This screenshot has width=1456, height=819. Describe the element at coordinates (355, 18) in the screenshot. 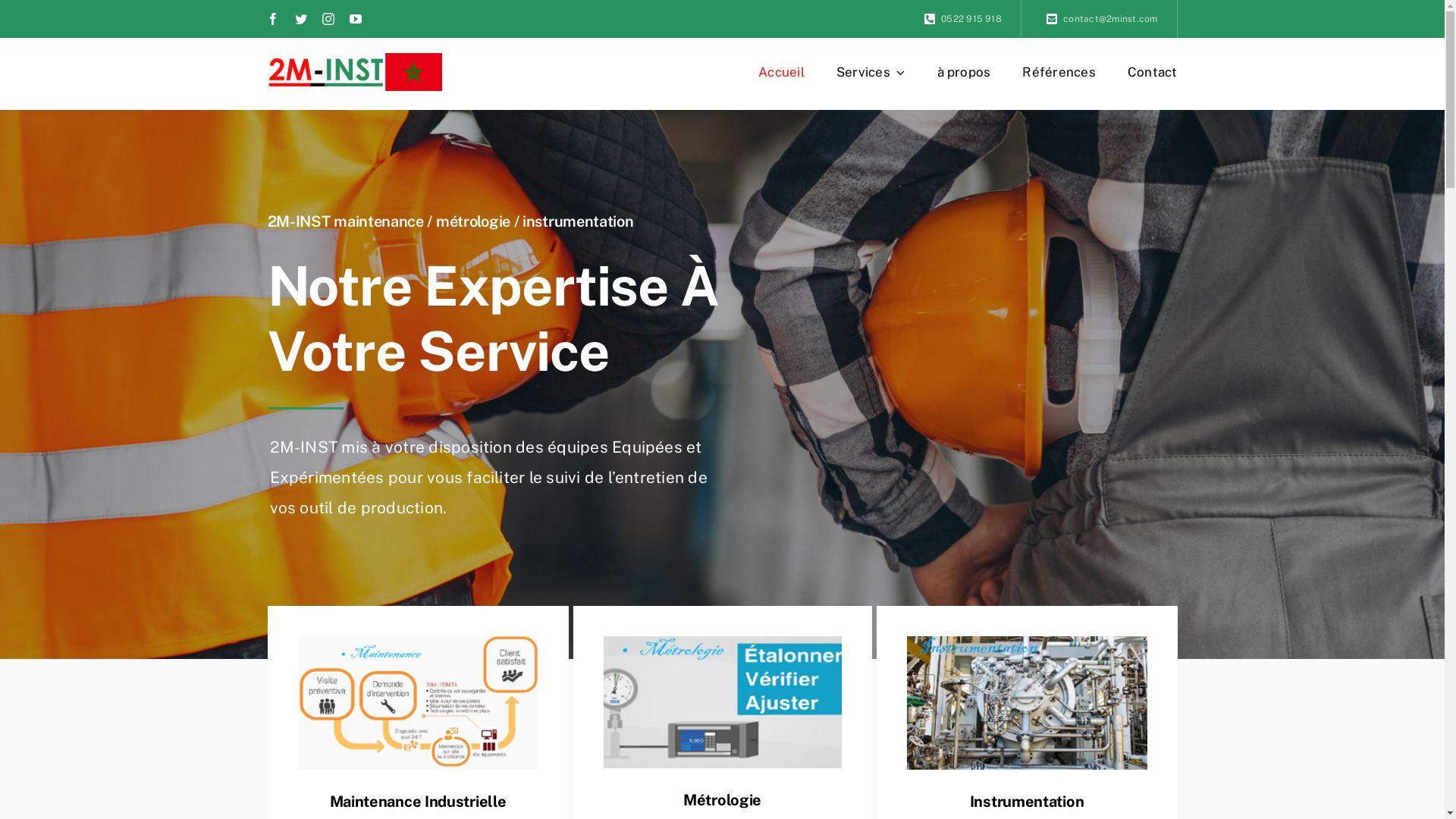

I see `'YouTube'` at that location.